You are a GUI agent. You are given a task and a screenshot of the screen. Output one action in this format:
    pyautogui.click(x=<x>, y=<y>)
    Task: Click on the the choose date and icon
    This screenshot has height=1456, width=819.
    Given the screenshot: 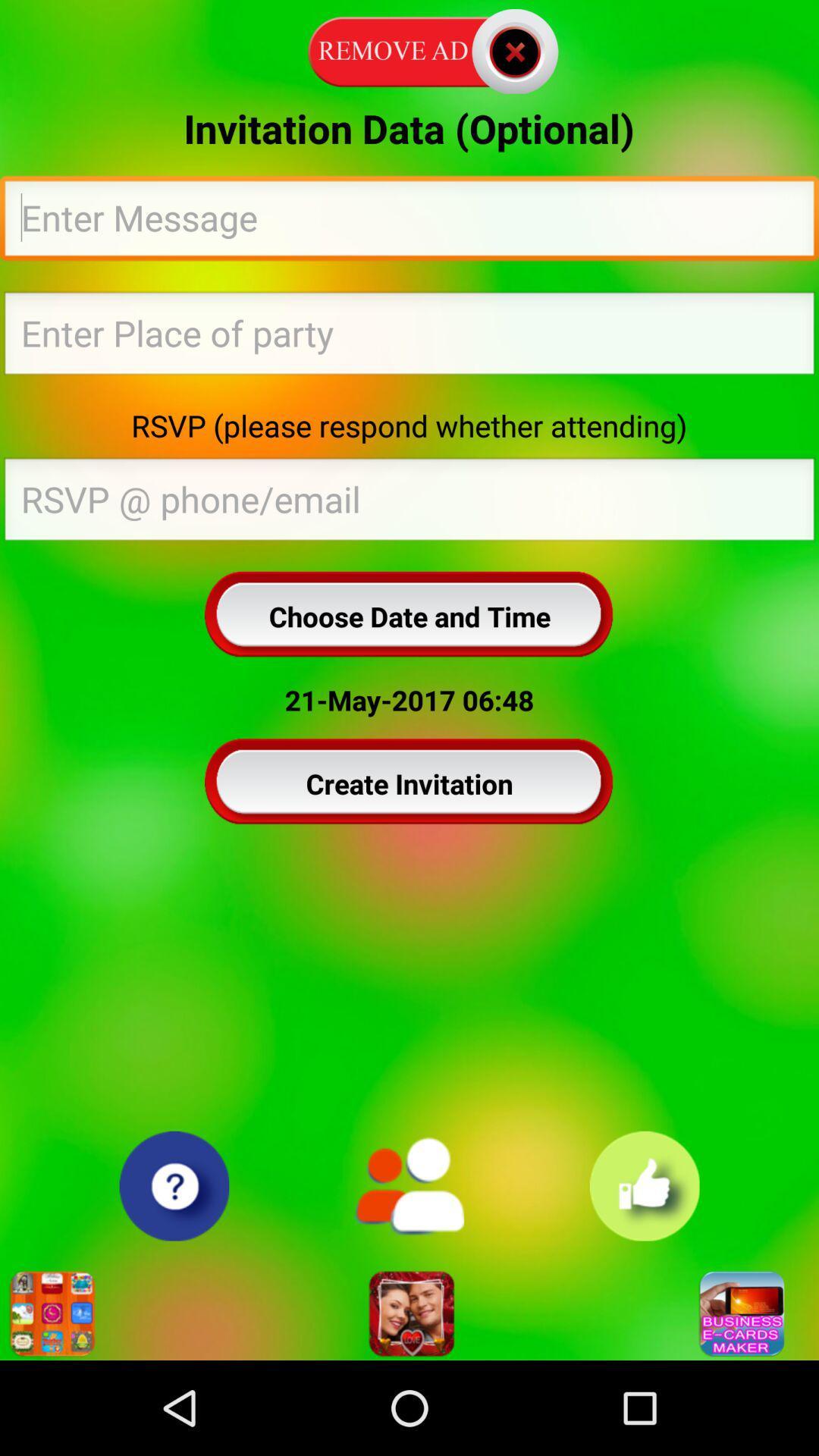 What is the action you would take?
    pyautogui.click(x=409, y=616)
    